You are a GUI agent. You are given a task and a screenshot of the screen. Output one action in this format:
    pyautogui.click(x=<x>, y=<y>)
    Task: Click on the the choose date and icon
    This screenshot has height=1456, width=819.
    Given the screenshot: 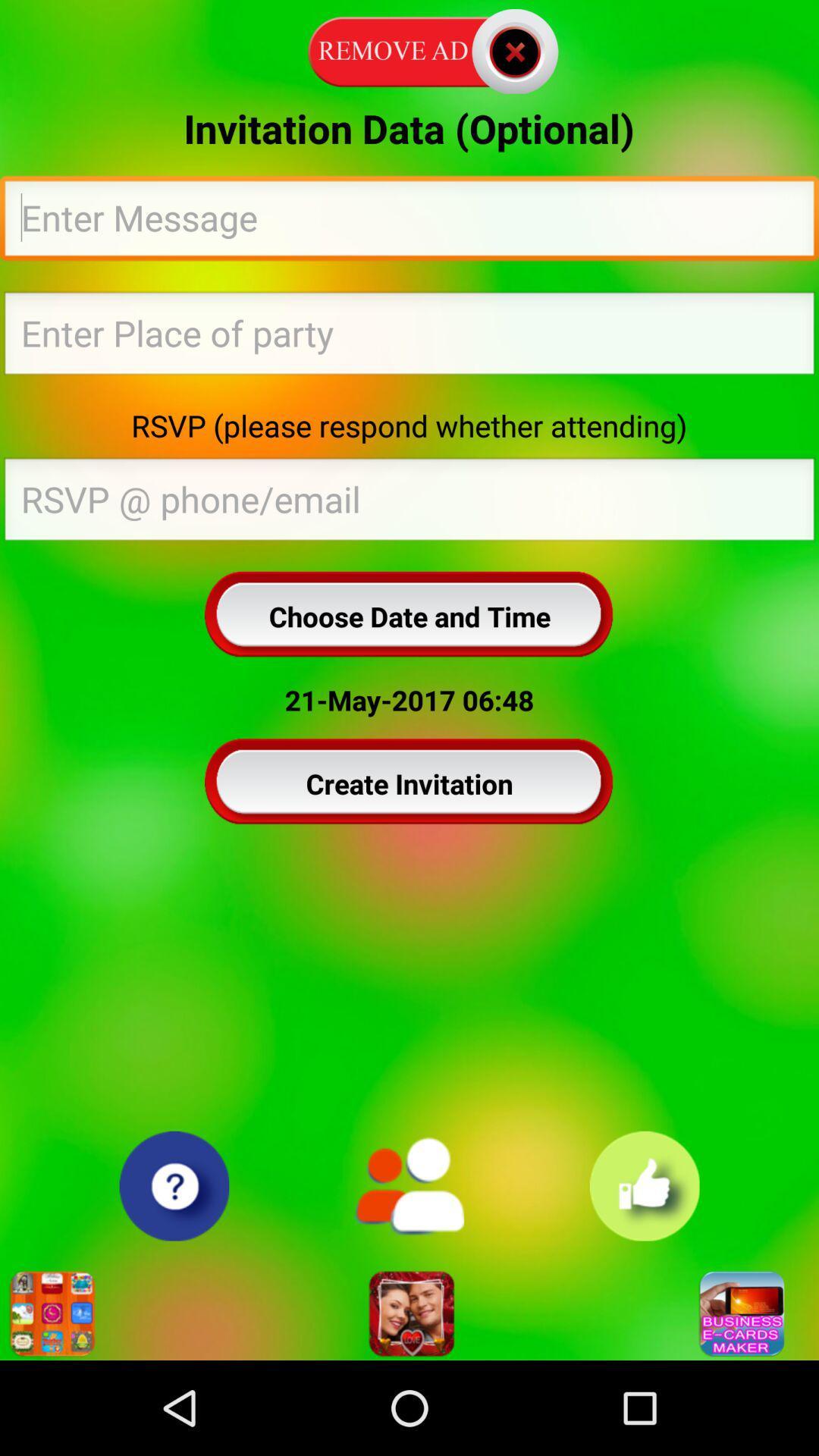 What is the action you would take?
    pyautogui.click(x=409, y=616)
    